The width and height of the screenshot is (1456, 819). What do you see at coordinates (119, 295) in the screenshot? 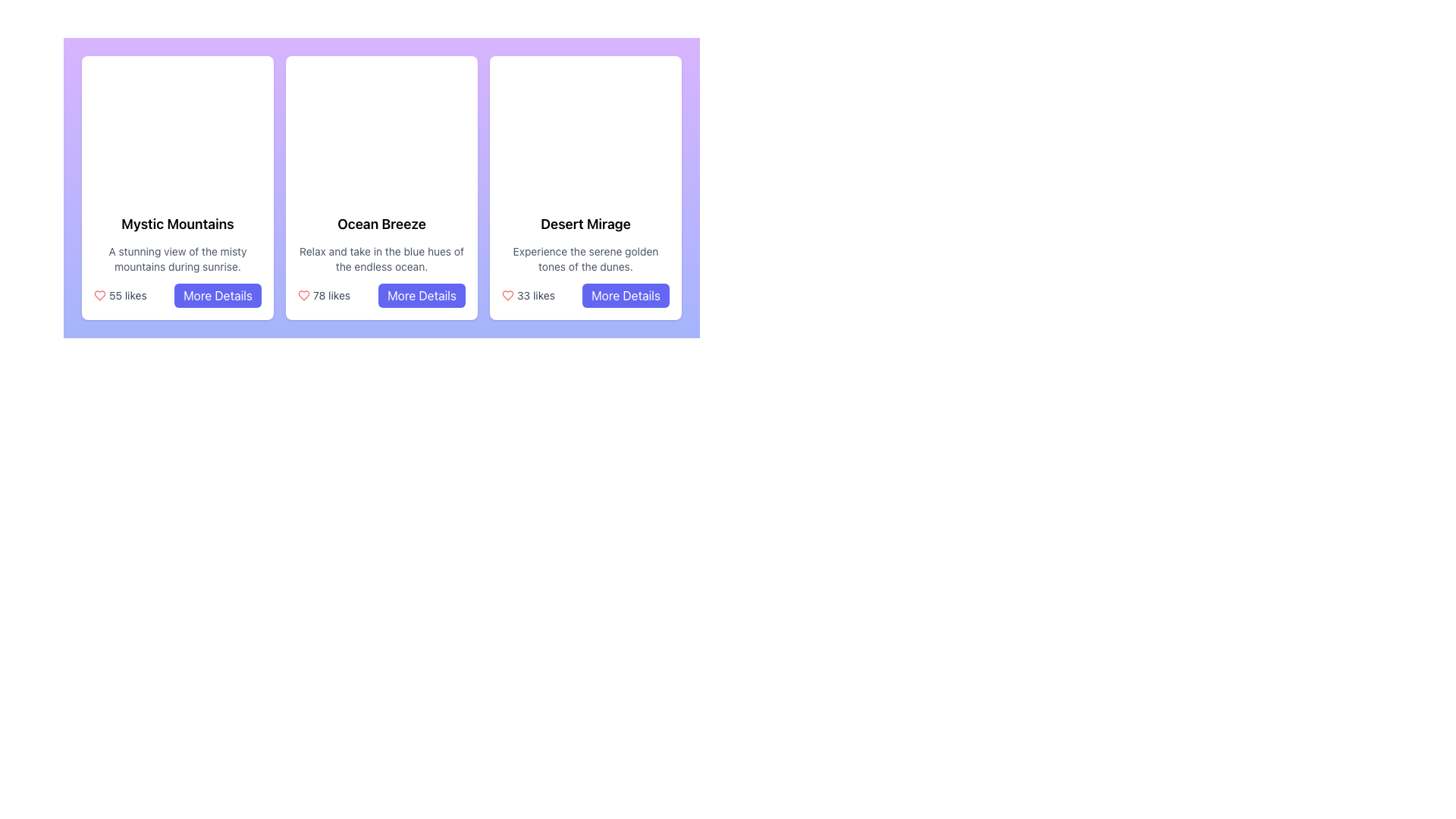
I see `the heart icon next to the '55 likes' text label to register or unregister a like for the content` at bounding box center [119, 295].